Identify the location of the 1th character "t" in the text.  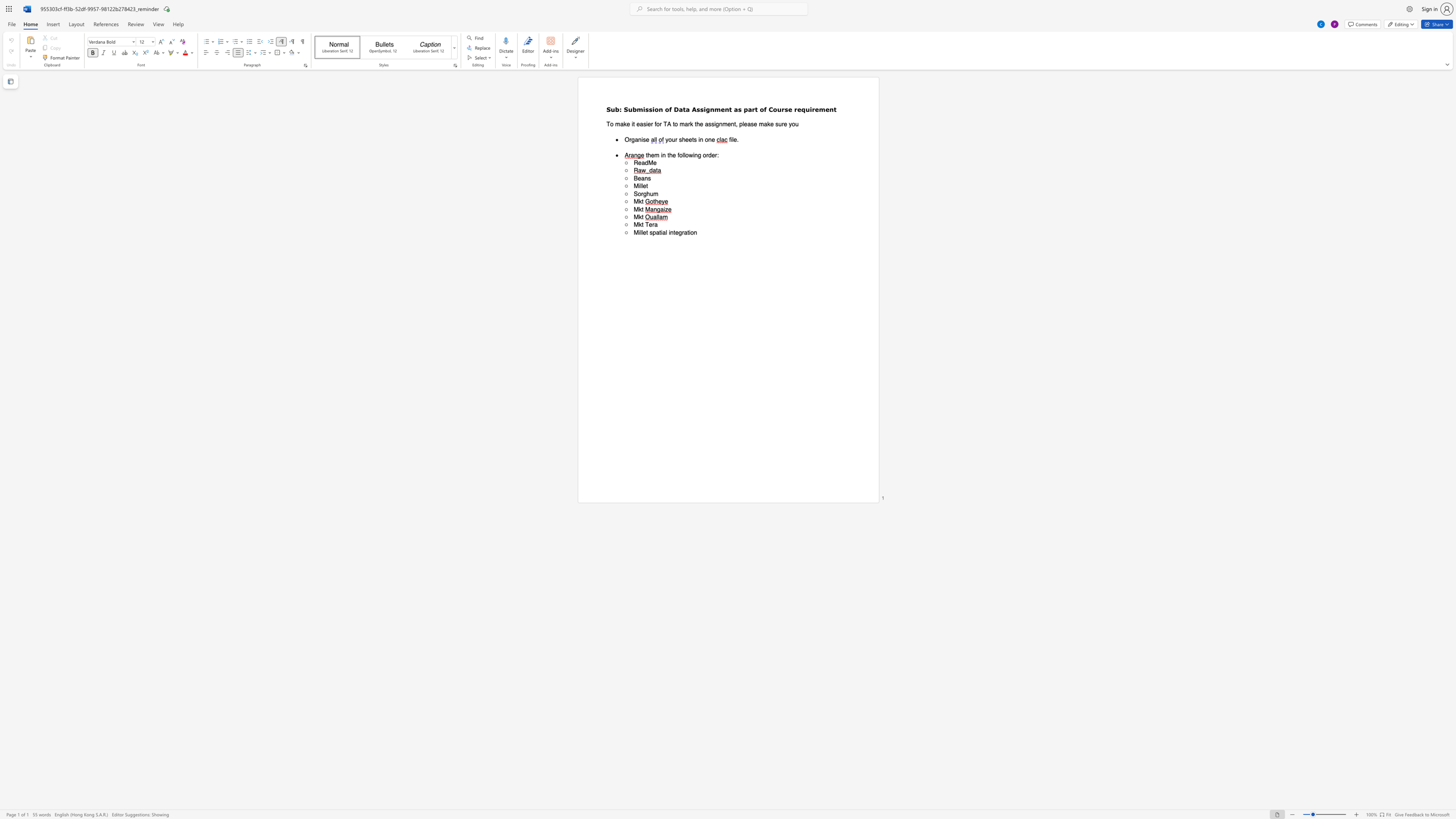
(647, 232).